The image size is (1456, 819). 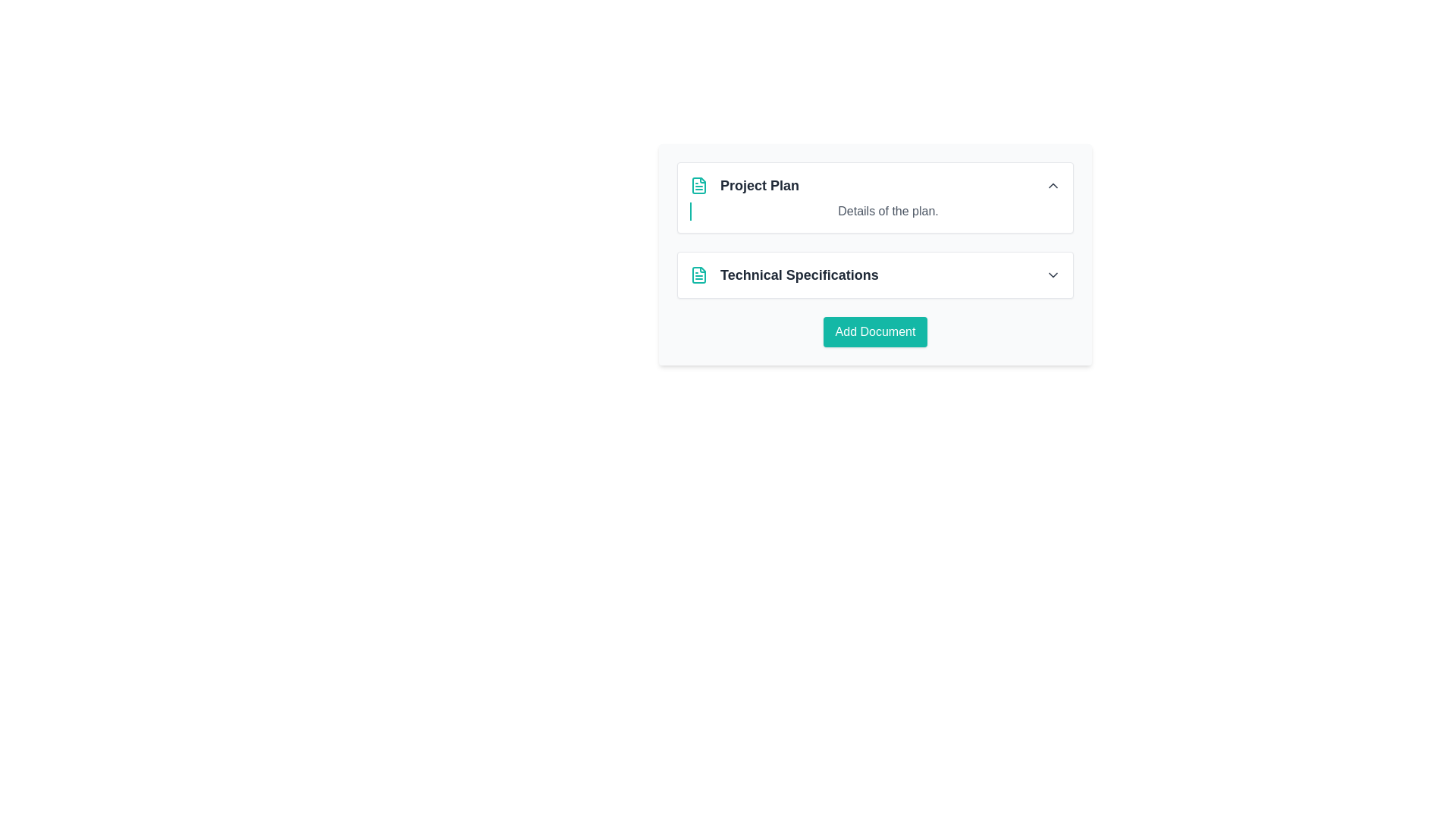 I want to click on the Chevron-style toggle button located at the far right of the 'Project Plan' row, so click(x=1052, y=185).